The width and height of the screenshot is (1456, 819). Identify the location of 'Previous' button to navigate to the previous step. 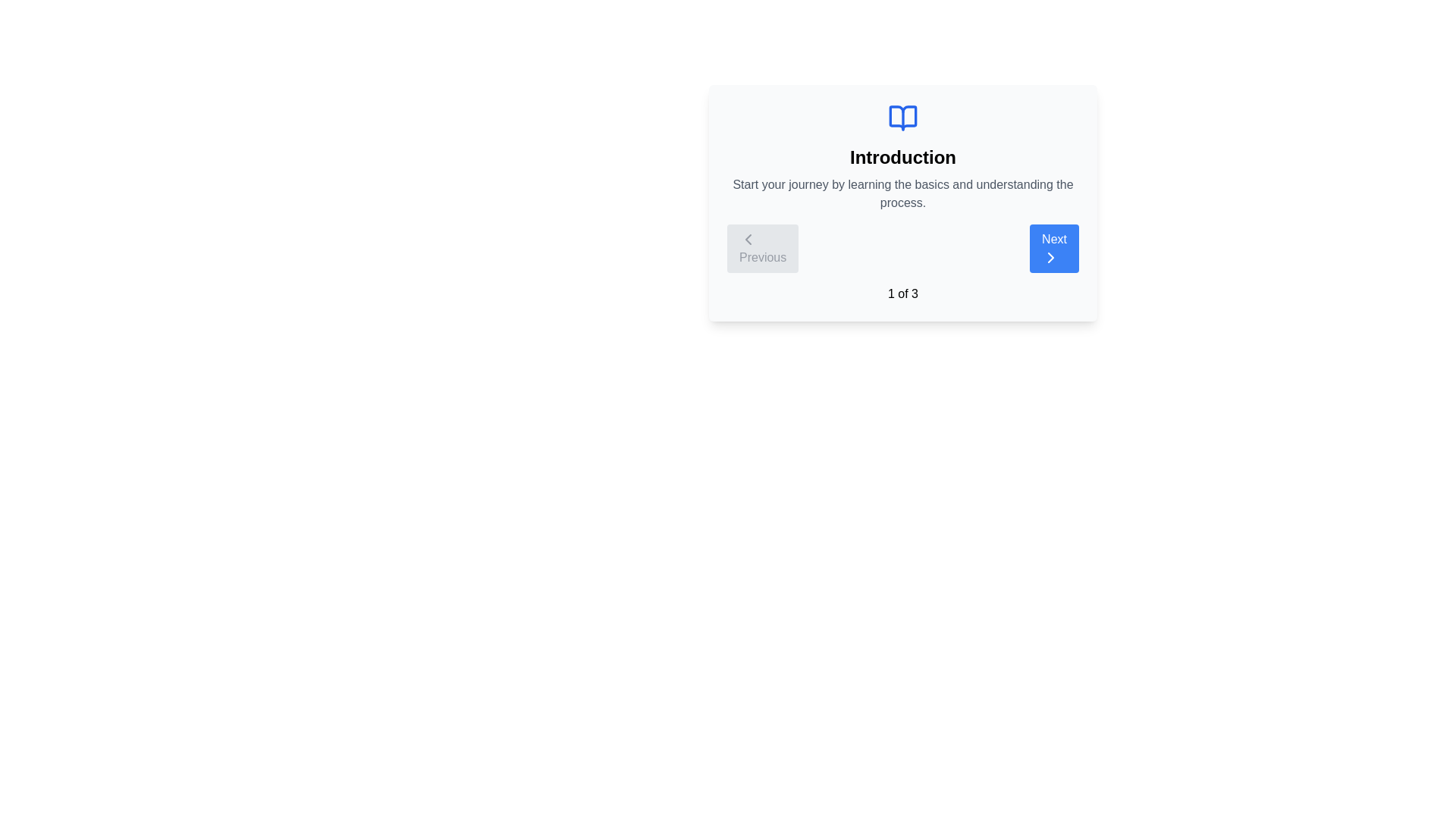
(763, 247).